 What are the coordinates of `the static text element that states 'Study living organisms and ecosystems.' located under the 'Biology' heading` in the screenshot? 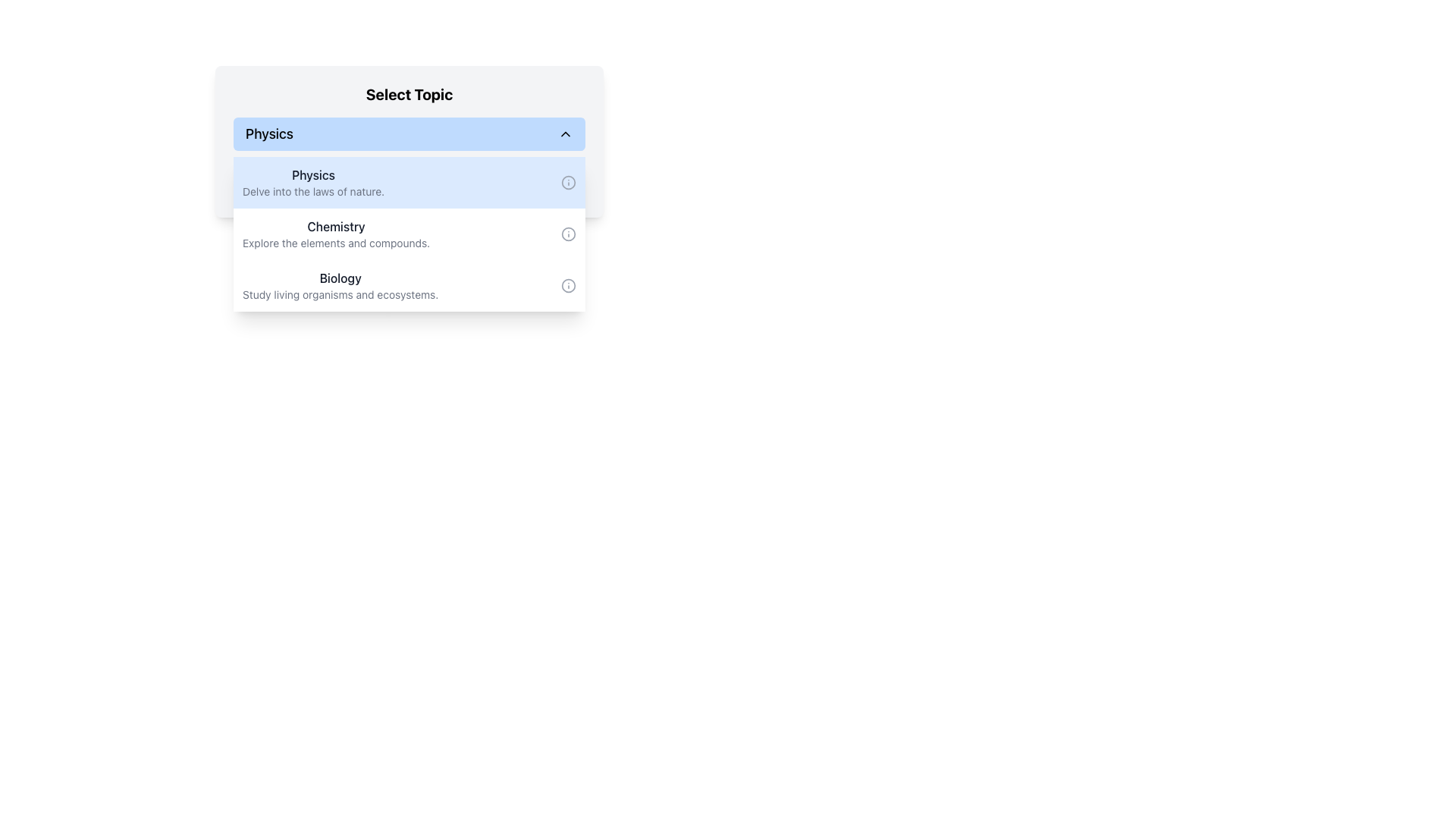 It's located at (340, 295).